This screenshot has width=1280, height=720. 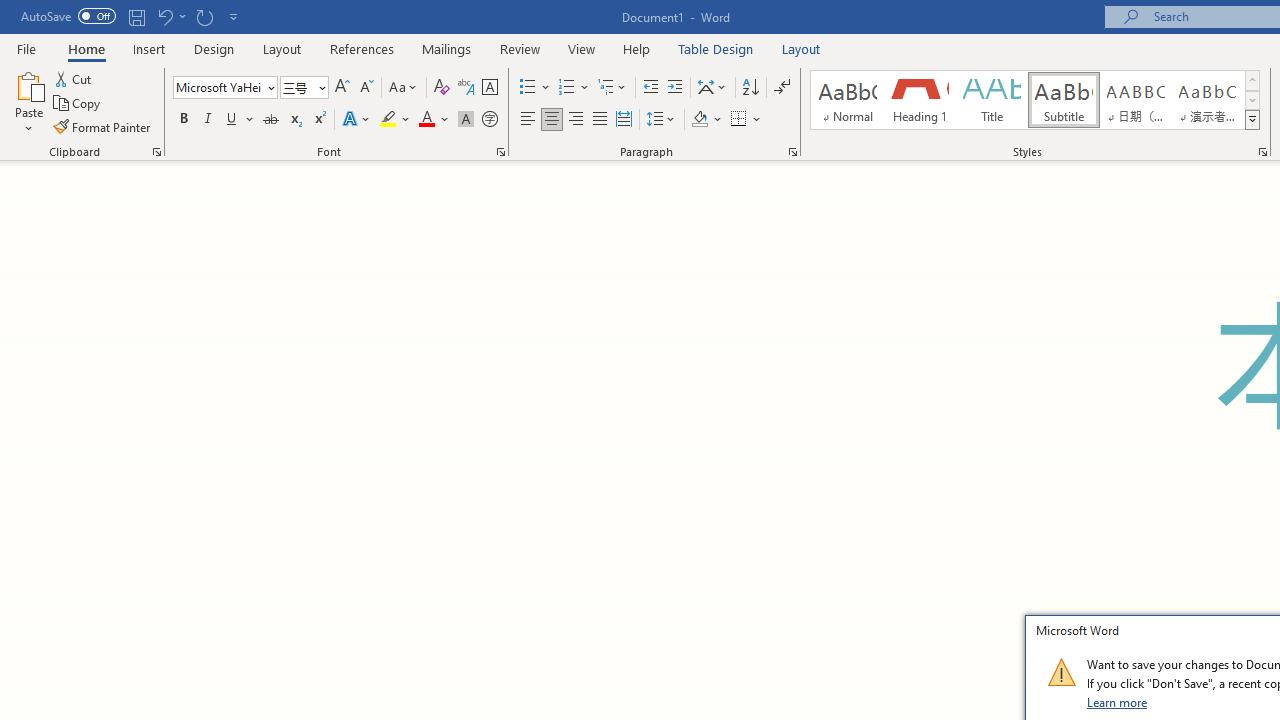 I want to click on 'Table Design', so click(x=716, y=48).